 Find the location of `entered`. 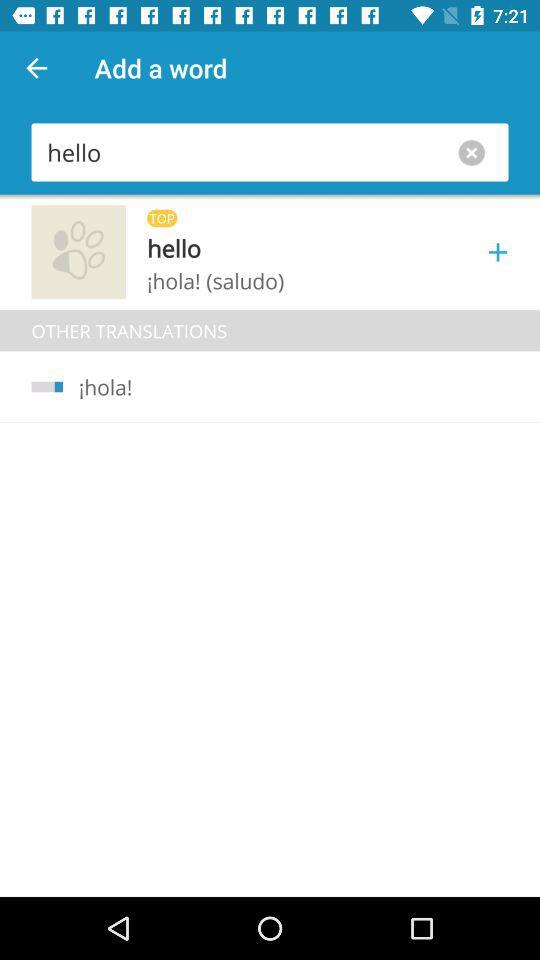

entered is located at coordinates (475, 151).